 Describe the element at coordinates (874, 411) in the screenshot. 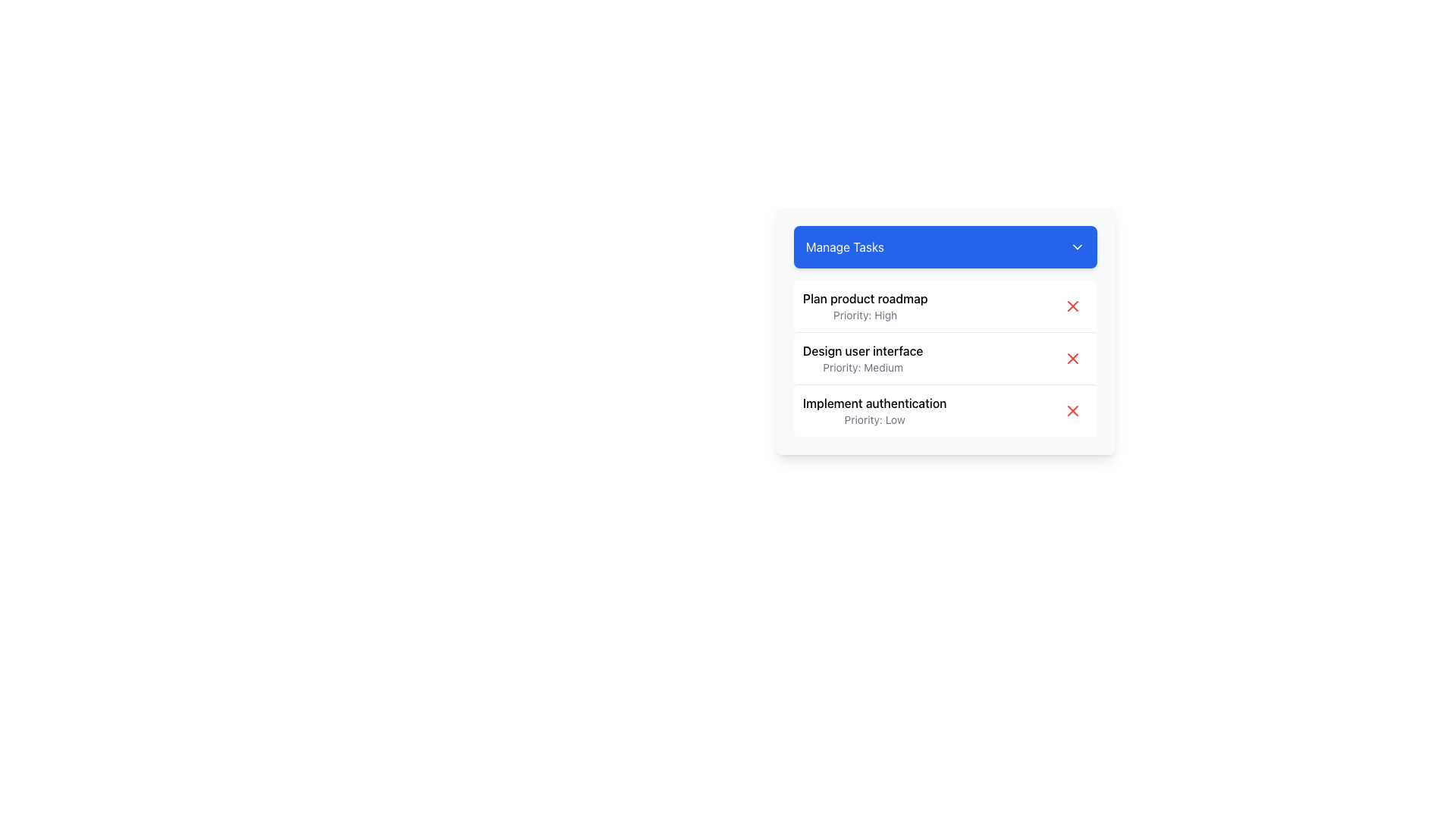

I see `text display containing the task details 'Implement authentication' and 'Priority: Low' located in the third row of the task list within the 'Manage Tasks' card` at that location.